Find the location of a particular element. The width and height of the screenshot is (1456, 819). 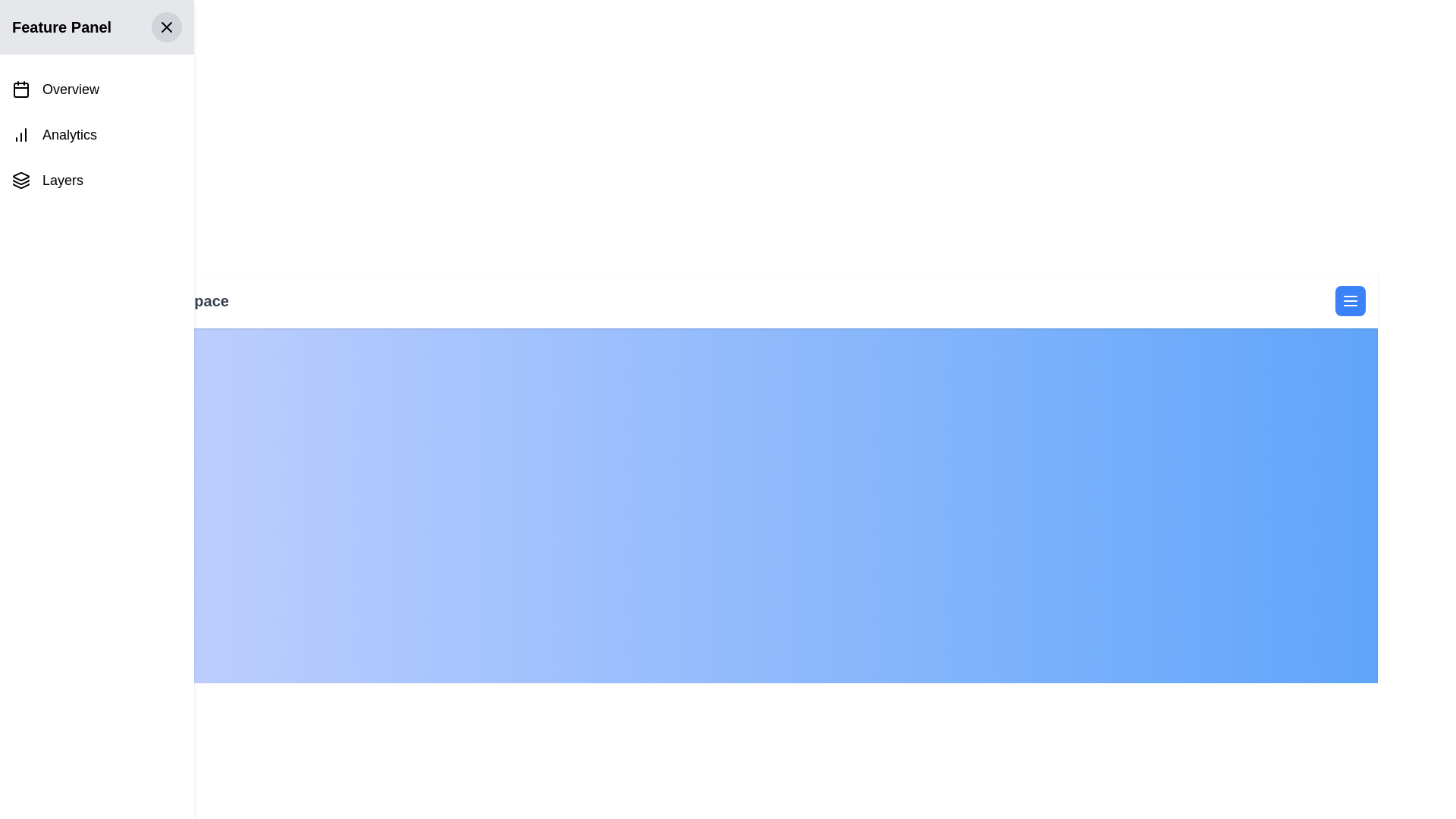

text content of the 'Analytics' menu item label located in the vertical sidebar menu, positioned below 'Overview' and above 'Layers' is located at coordinates (68, 133).